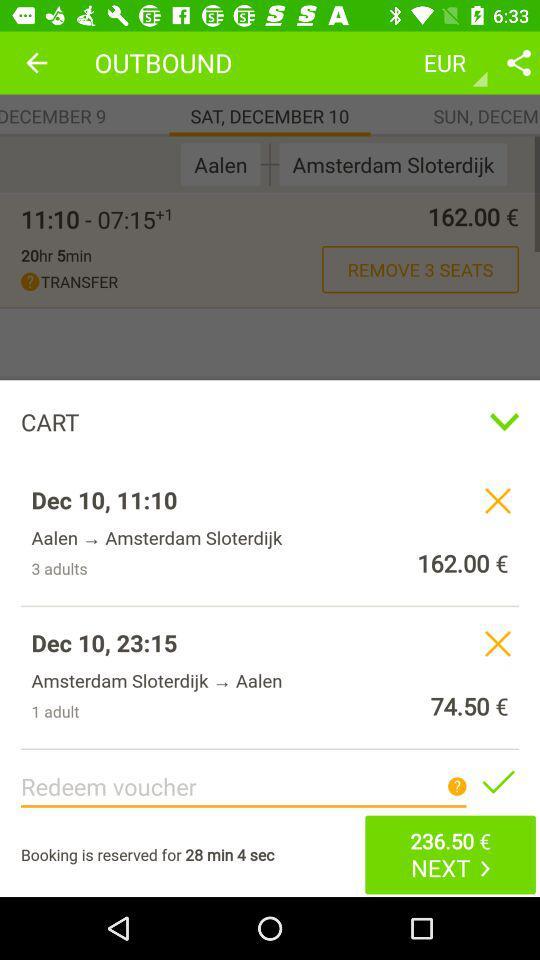  Describe the element at coordinates (496, 781) in the screenshot. I see `the check icon` at that location.